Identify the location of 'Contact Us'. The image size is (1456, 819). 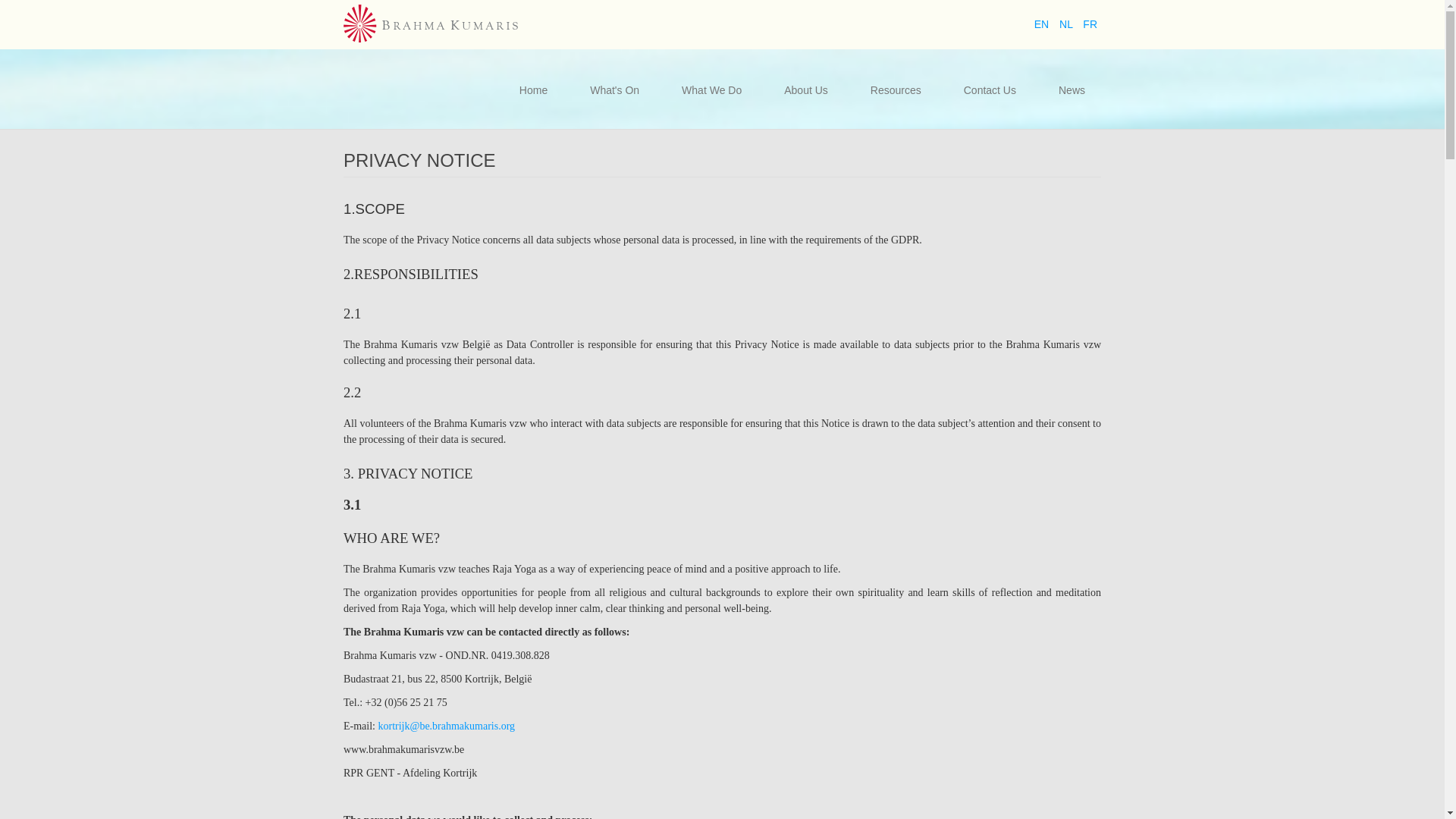
(990, 90).